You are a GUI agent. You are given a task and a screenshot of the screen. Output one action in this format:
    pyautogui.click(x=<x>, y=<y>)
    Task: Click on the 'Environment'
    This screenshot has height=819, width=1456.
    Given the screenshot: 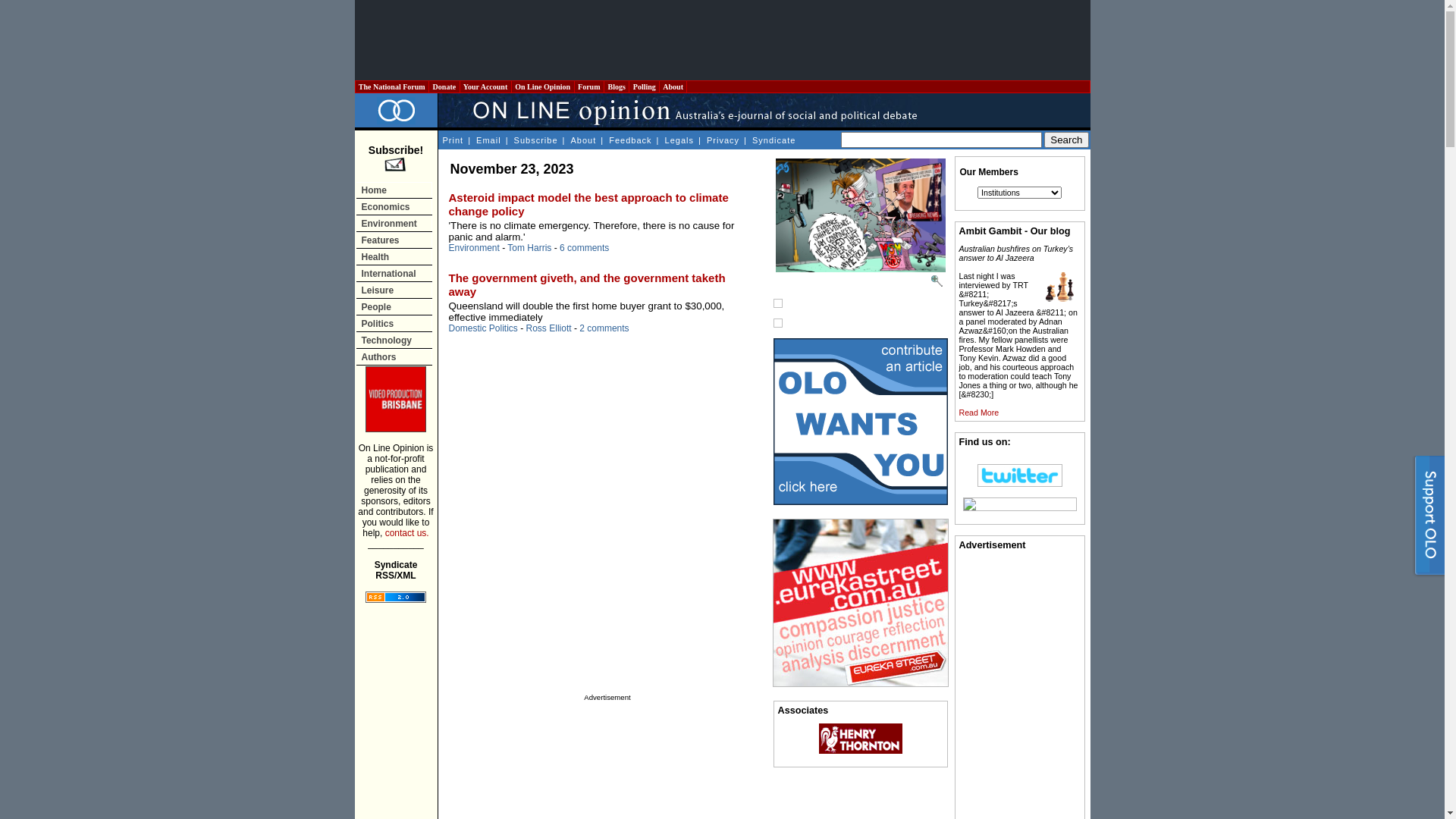 What is the action you would take?
    pyautogui.click(x=394, y=223)
    